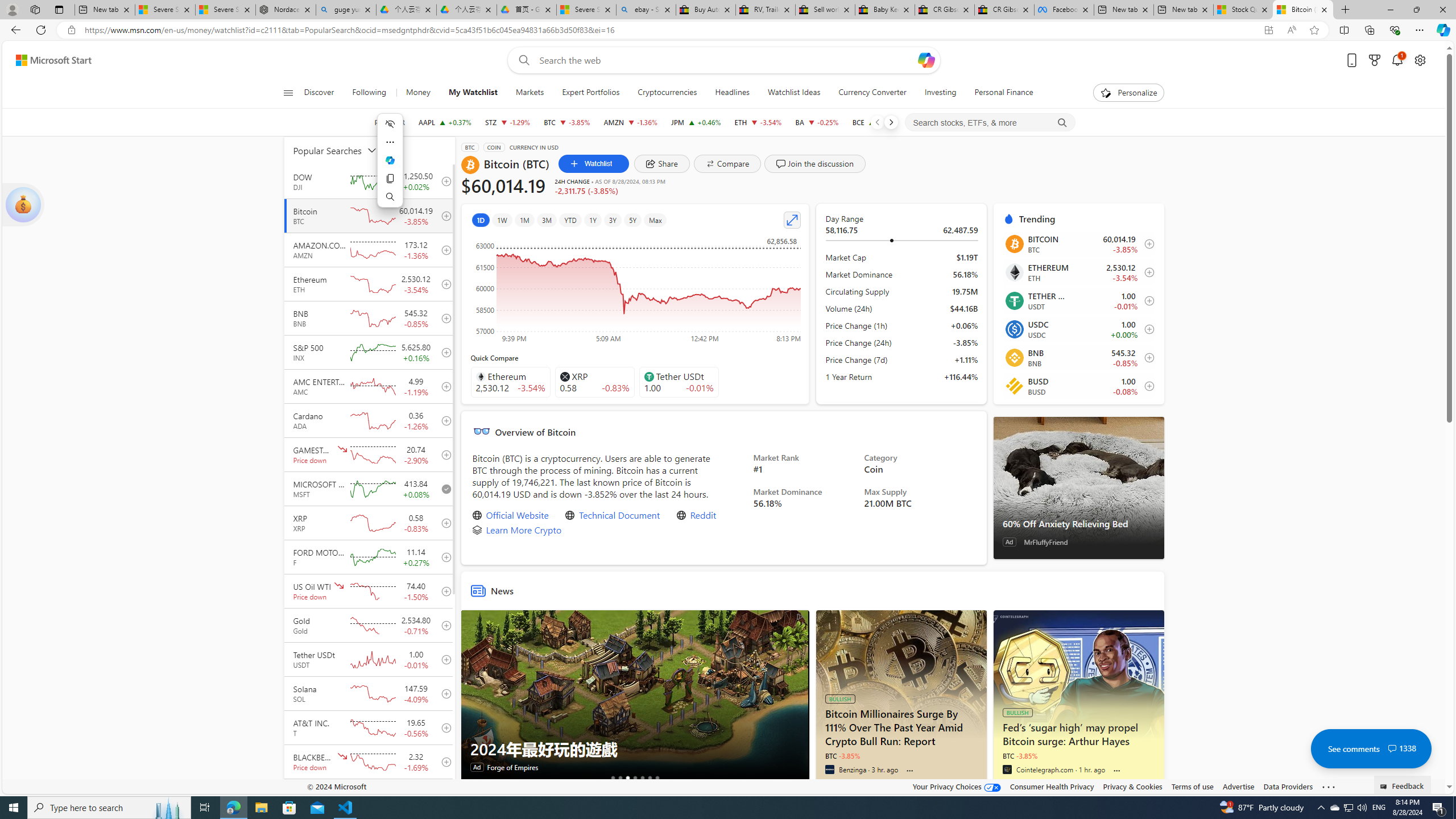 The width and height of the screenshot is (1456, 819). I want to click on 'Next', so click(890, 122).